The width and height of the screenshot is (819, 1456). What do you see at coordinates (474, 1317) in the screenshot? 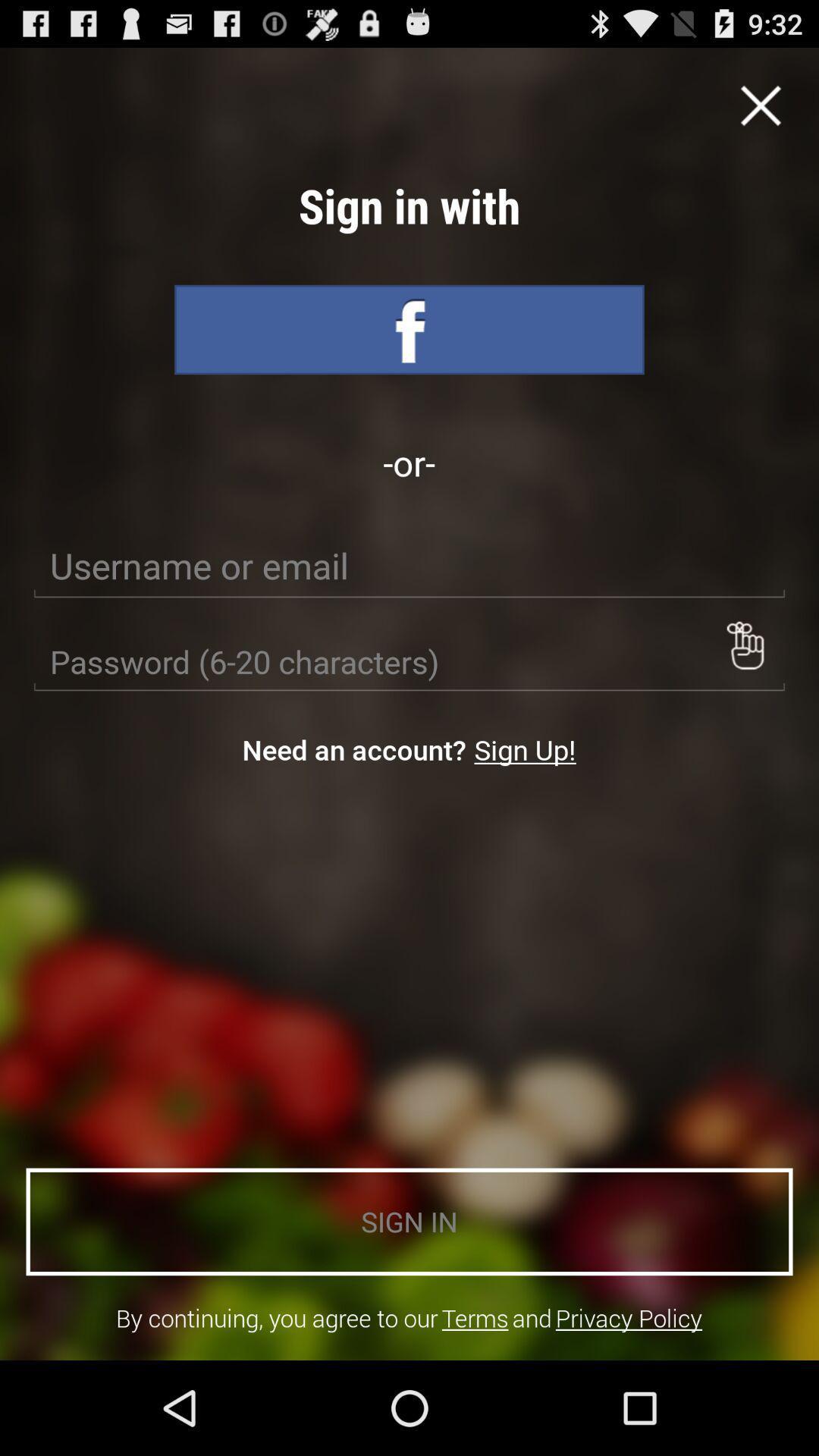
I see `the item next to and item` at bounding box center [474, 1317].